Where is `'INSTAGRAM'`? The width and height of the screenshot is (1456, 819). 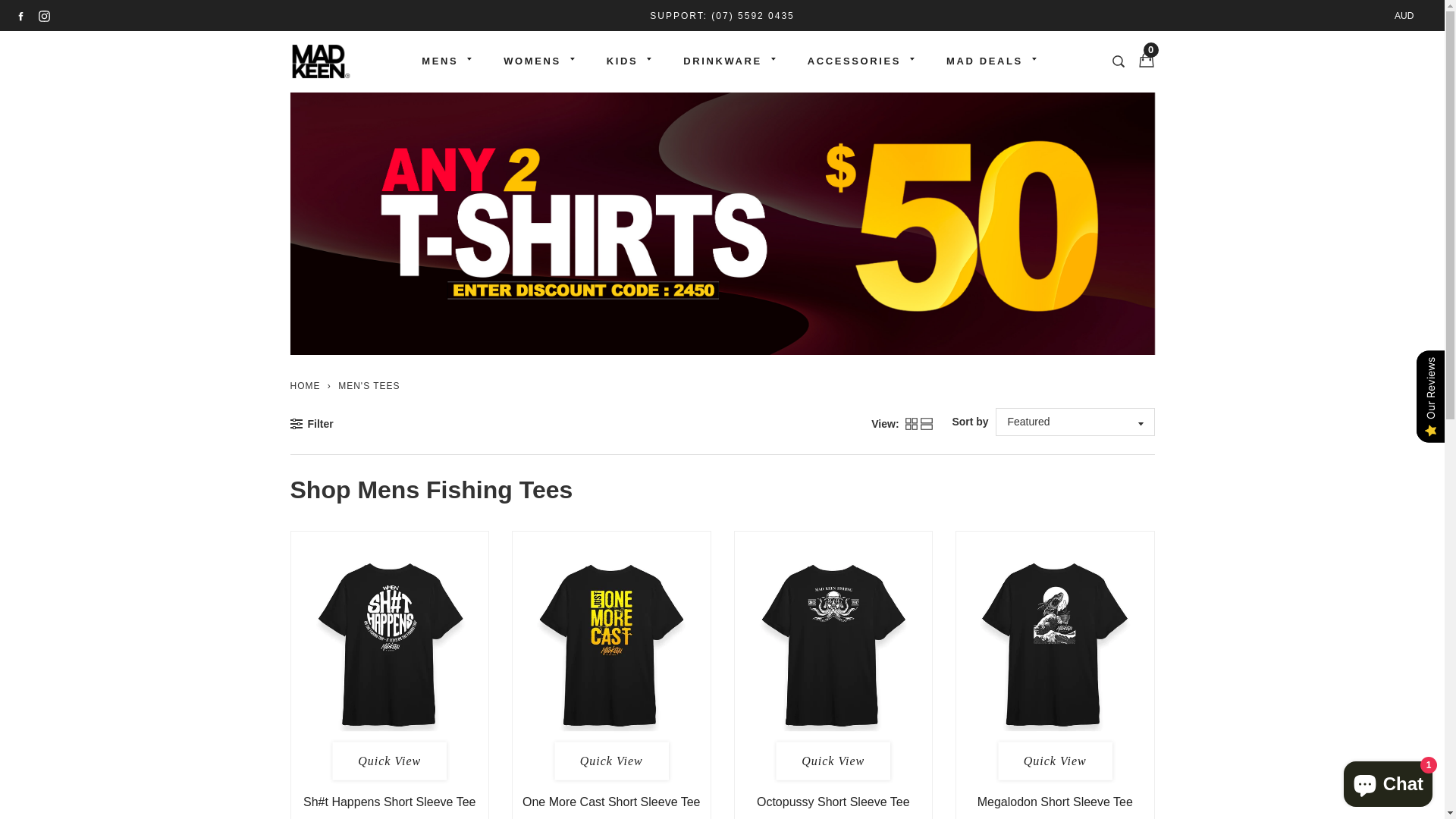
'INSTAGRAM' is located at coordinates (44, 15).